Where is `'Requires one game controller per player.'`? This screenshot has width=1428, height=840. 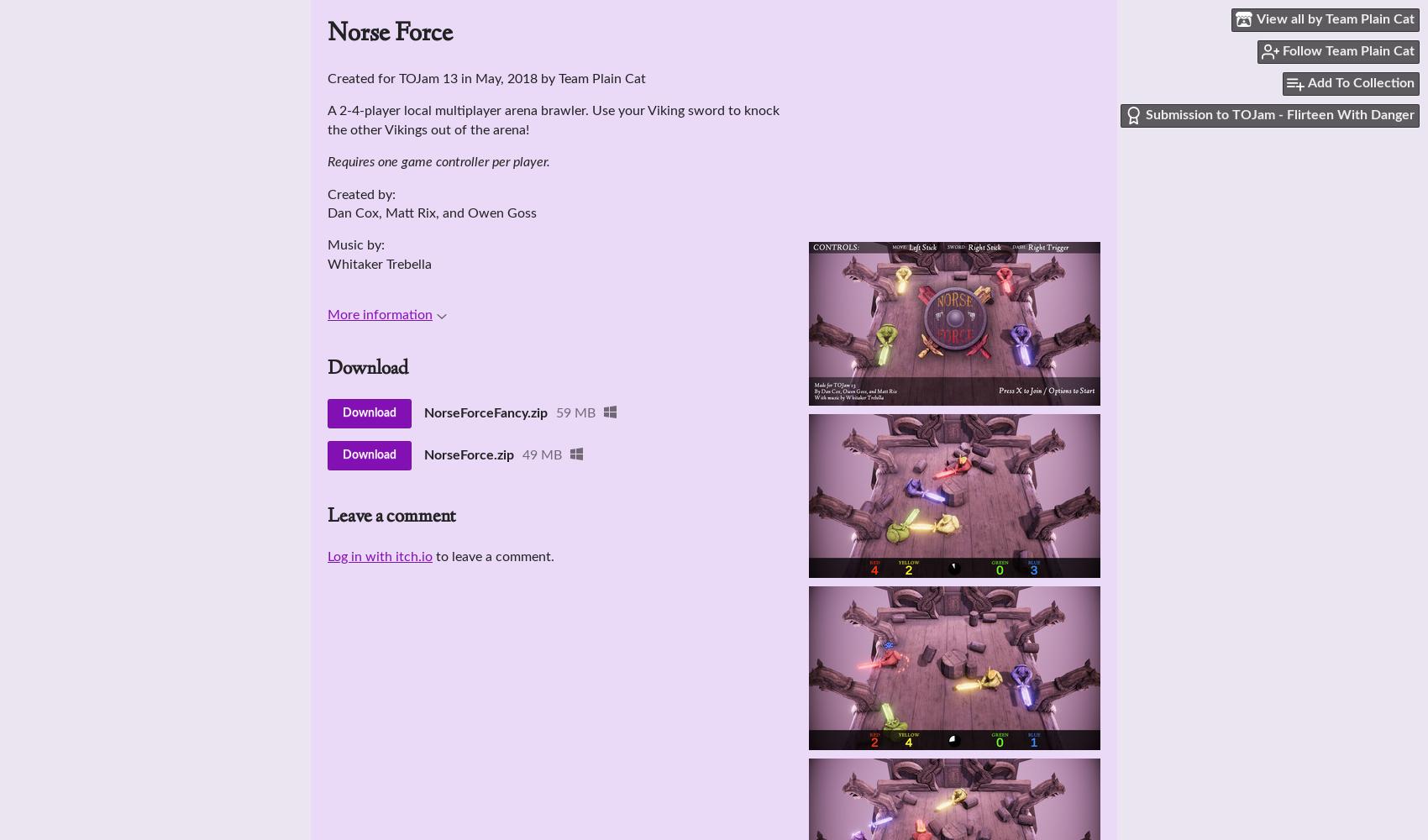
'Requires one game controller per player.' is located at coordinates (438, 161).